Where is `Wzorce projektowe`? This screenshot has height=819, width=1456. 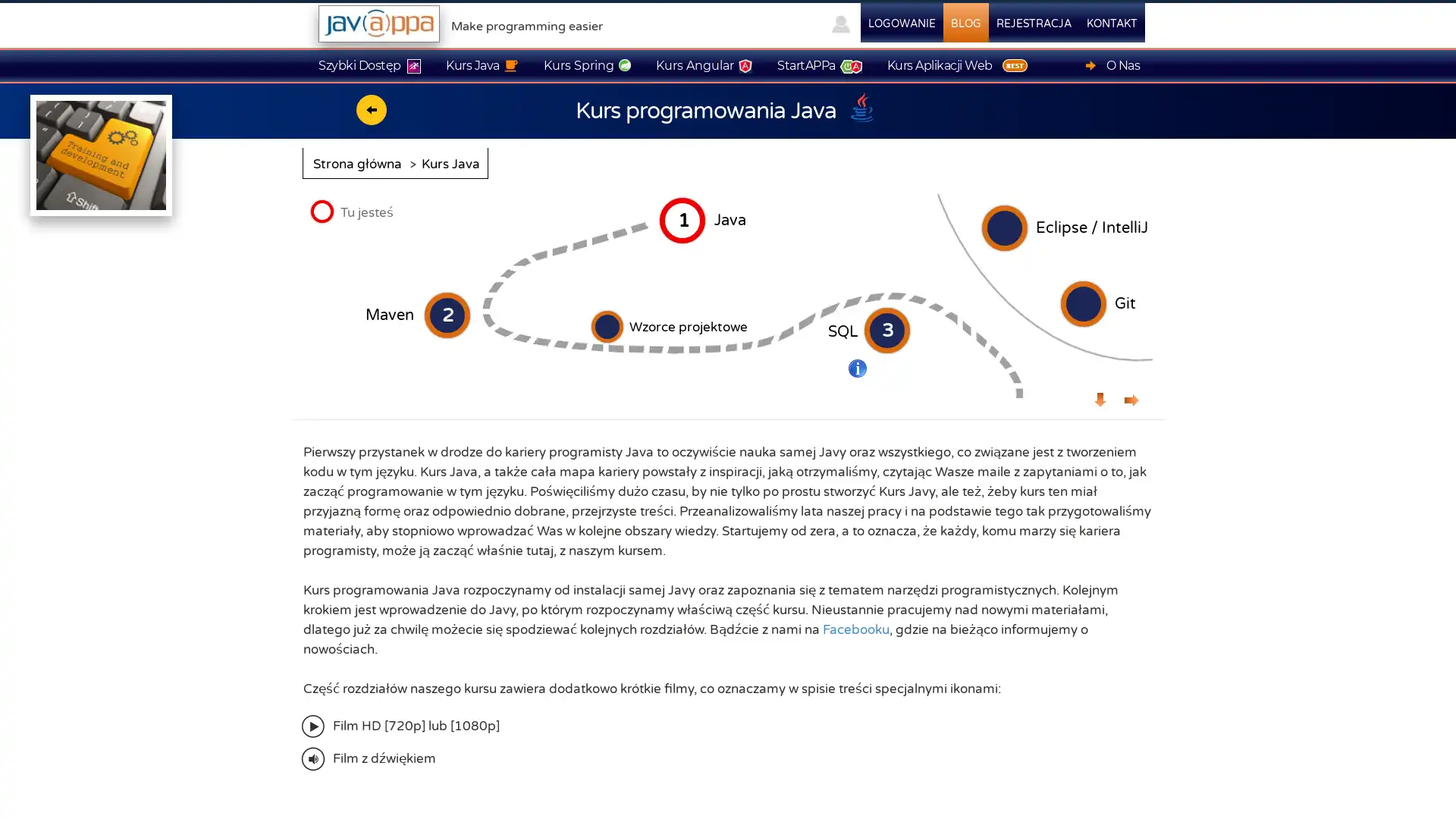
Wzorce projektowe is located at coordinates (683, 327).